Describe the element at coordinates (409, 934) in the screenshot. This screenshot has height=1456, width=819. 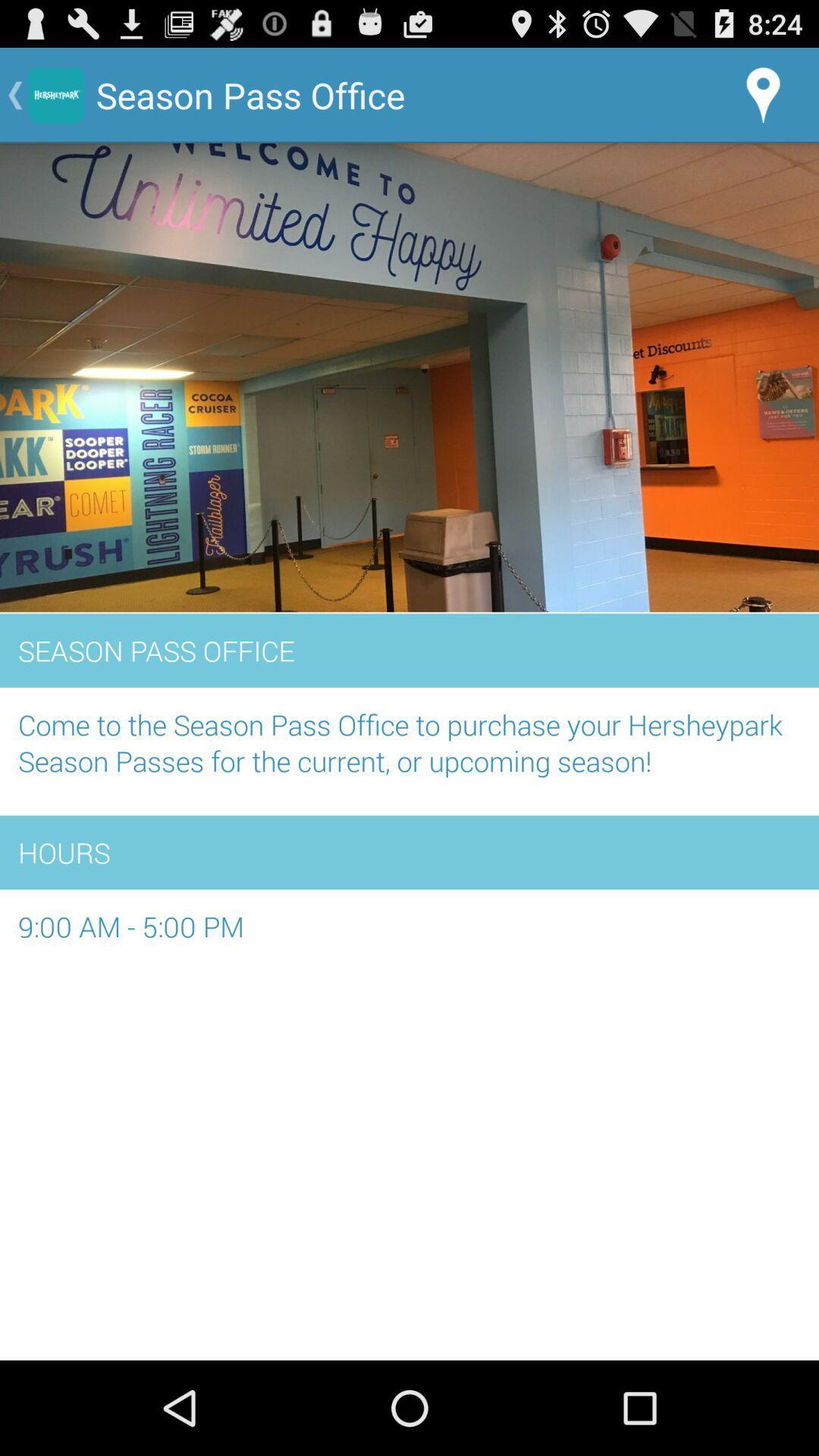
I see `9 00 am` at that location.